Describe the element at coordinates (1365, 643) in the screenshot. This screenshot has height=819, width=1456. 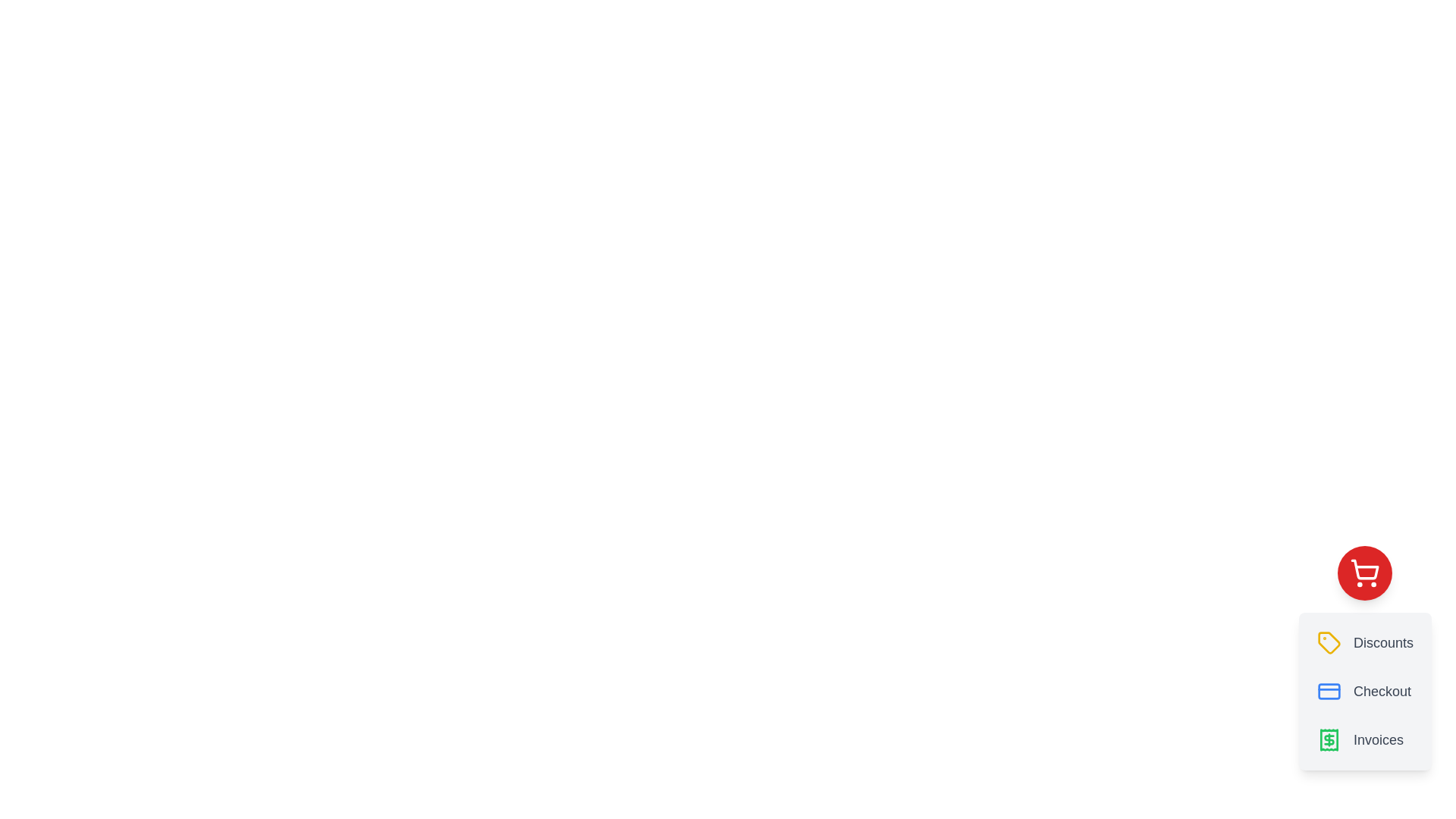
I see `the 'Discounts' button to select the option` at that location.